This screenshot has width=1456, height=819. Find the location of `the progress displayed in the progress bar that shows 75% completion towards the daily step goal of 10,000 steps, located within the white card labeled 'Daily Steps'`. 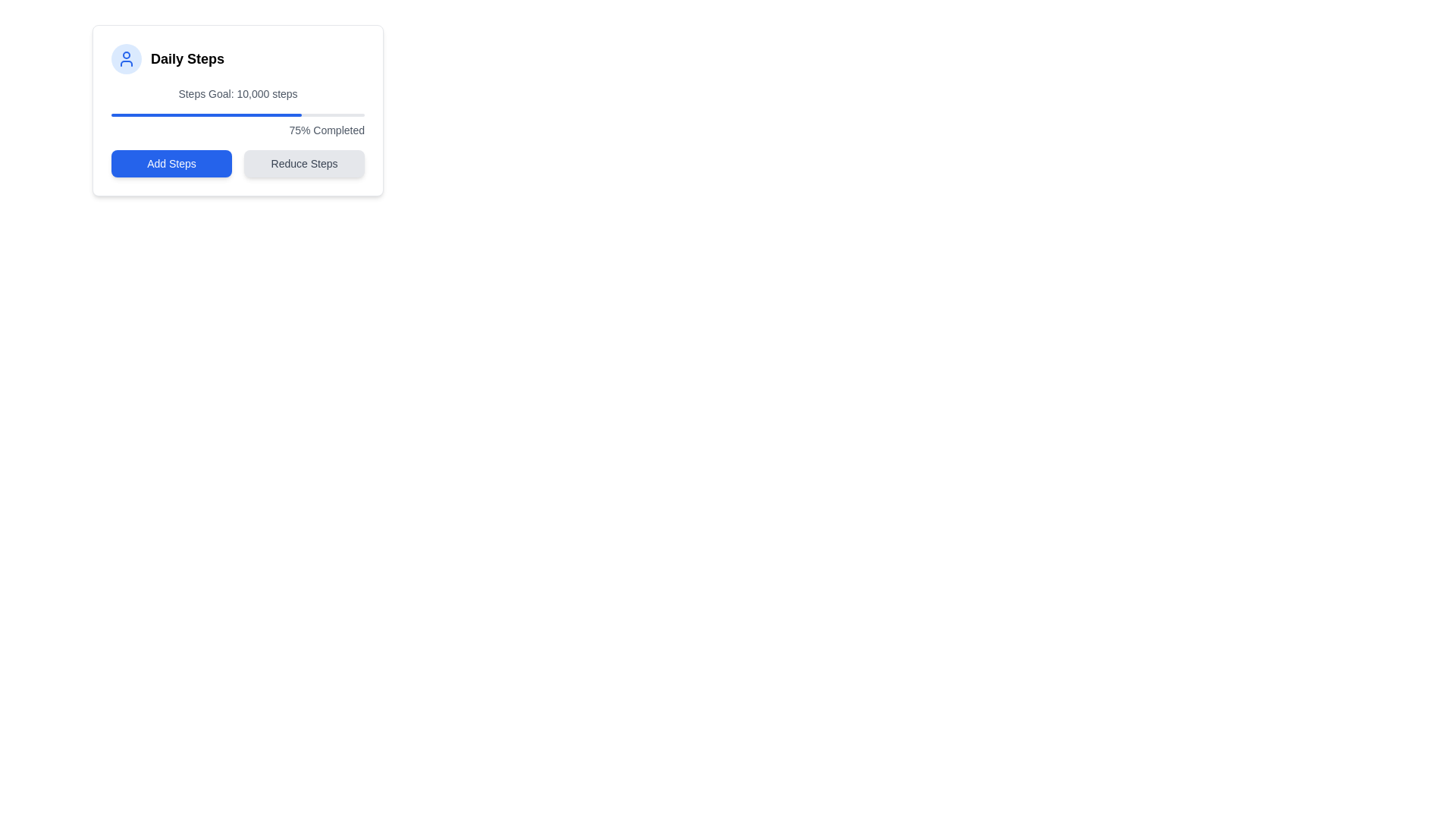

the progress displayed in the progress bar that shows 75% completion towards the daily step goal of 10,000 steps, located within the white card labeled 'Daily Steps' is located at coordinates (237, 114).